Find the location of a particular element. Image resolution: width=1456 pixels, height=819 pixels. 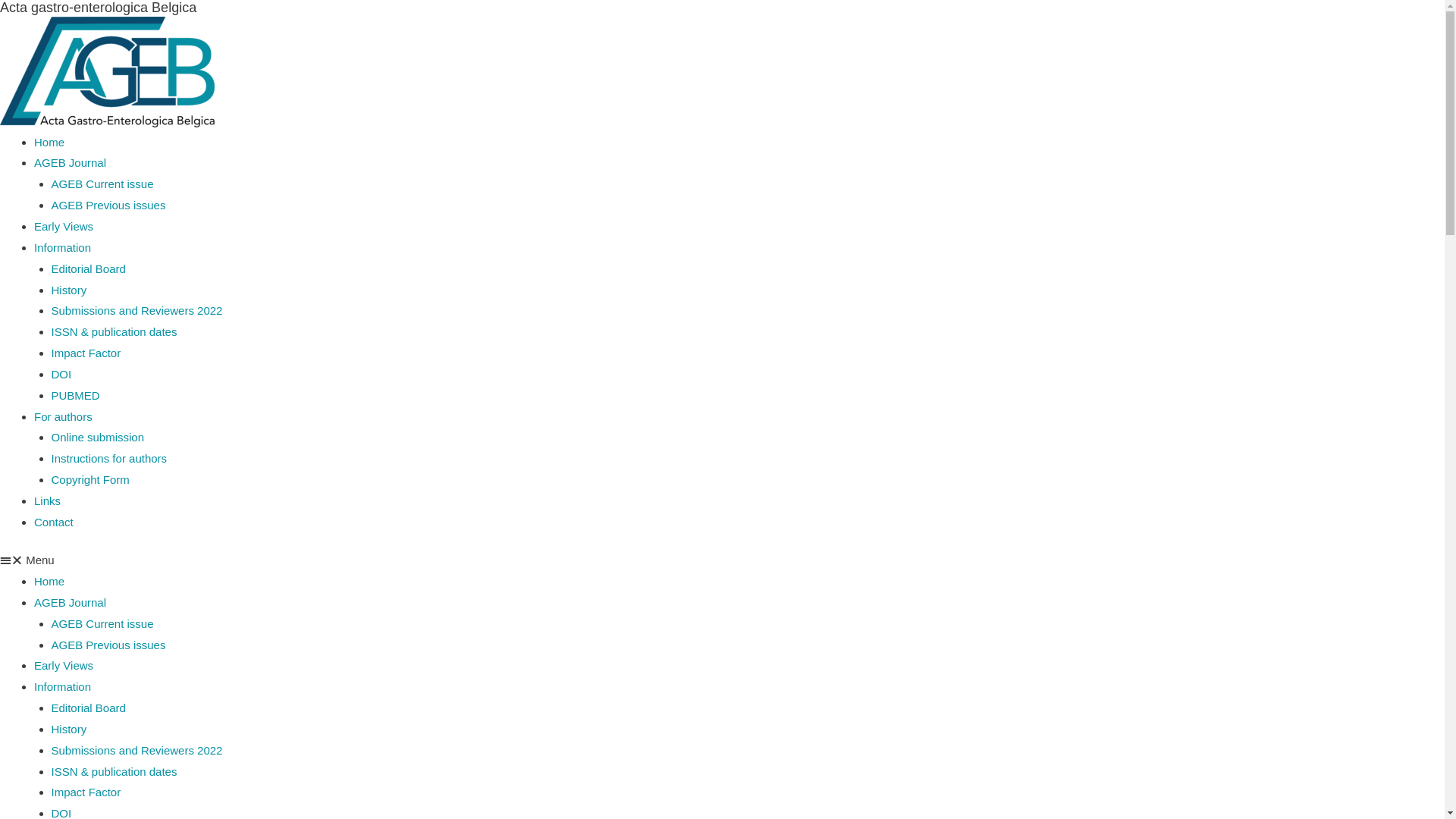

'AGEB Journal' is located at coordinates (33, 162).